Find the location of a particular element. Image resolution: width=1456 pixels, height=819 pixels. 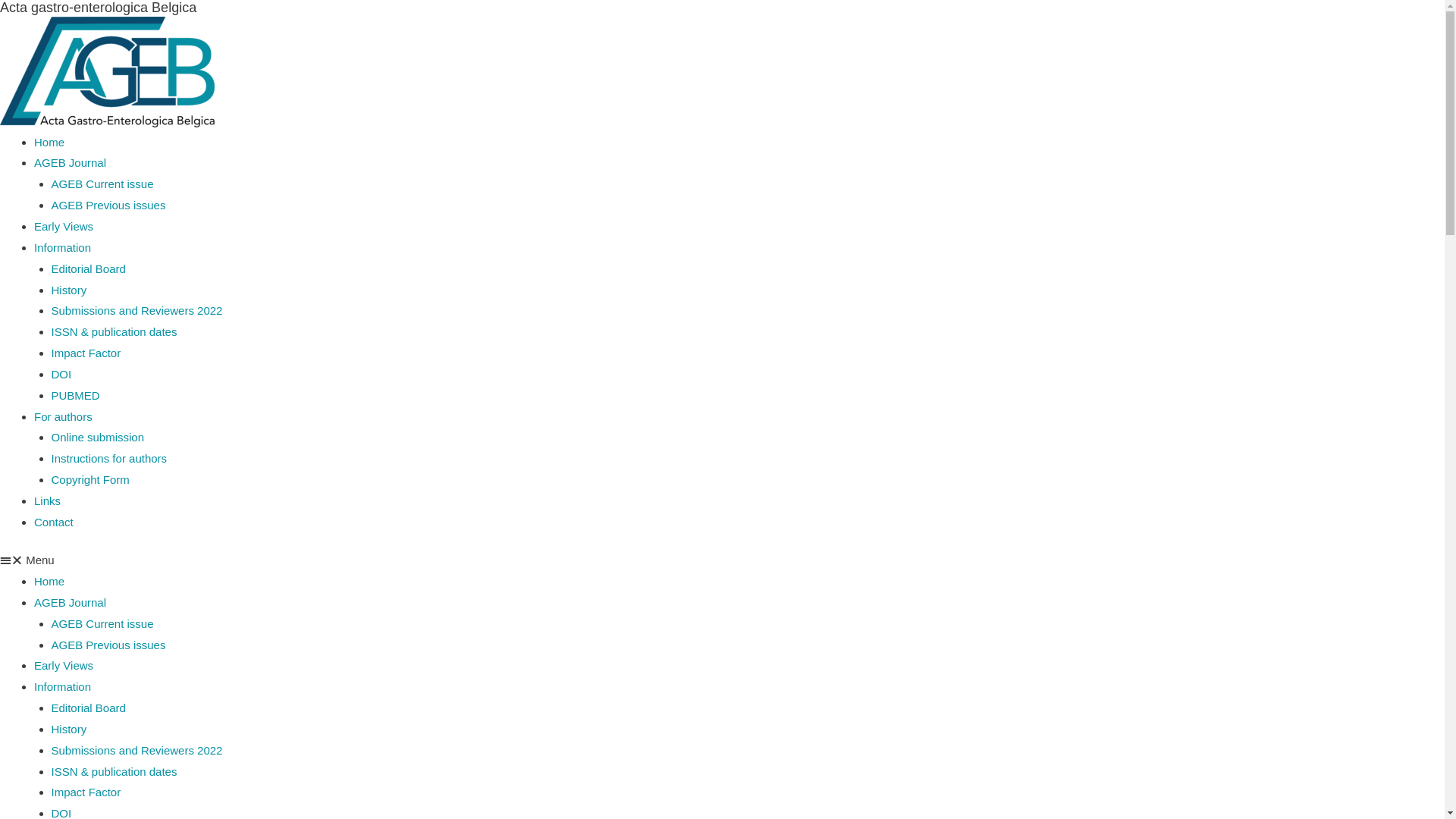

'AGEB Journal' is located at coordinates (33, 162).